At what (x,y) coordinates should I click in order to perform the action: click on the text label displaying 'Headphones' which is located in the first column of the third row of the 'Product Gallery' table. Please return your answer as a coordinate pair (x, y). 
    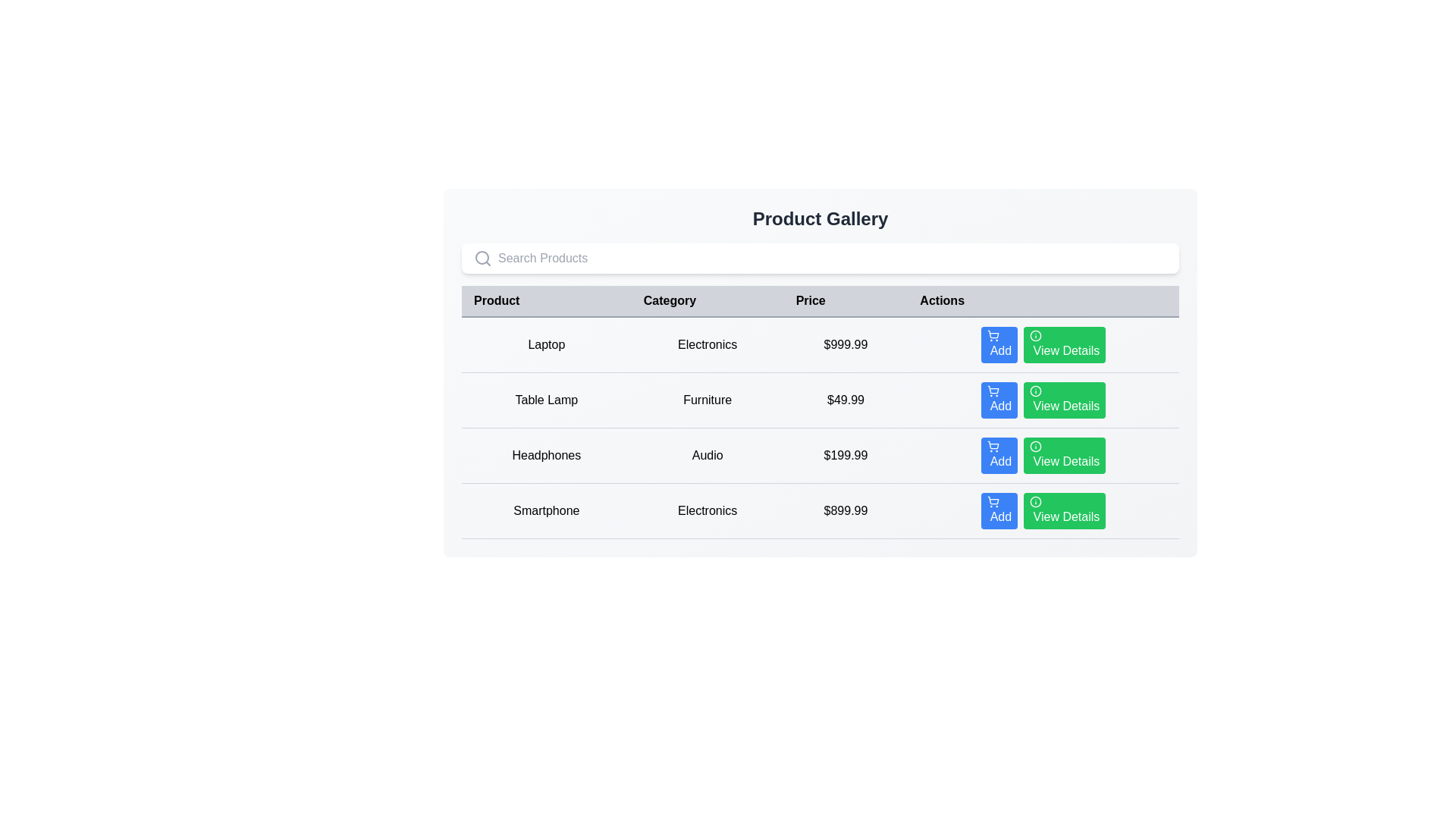
    Looking at the image, I should click on (546, 455).